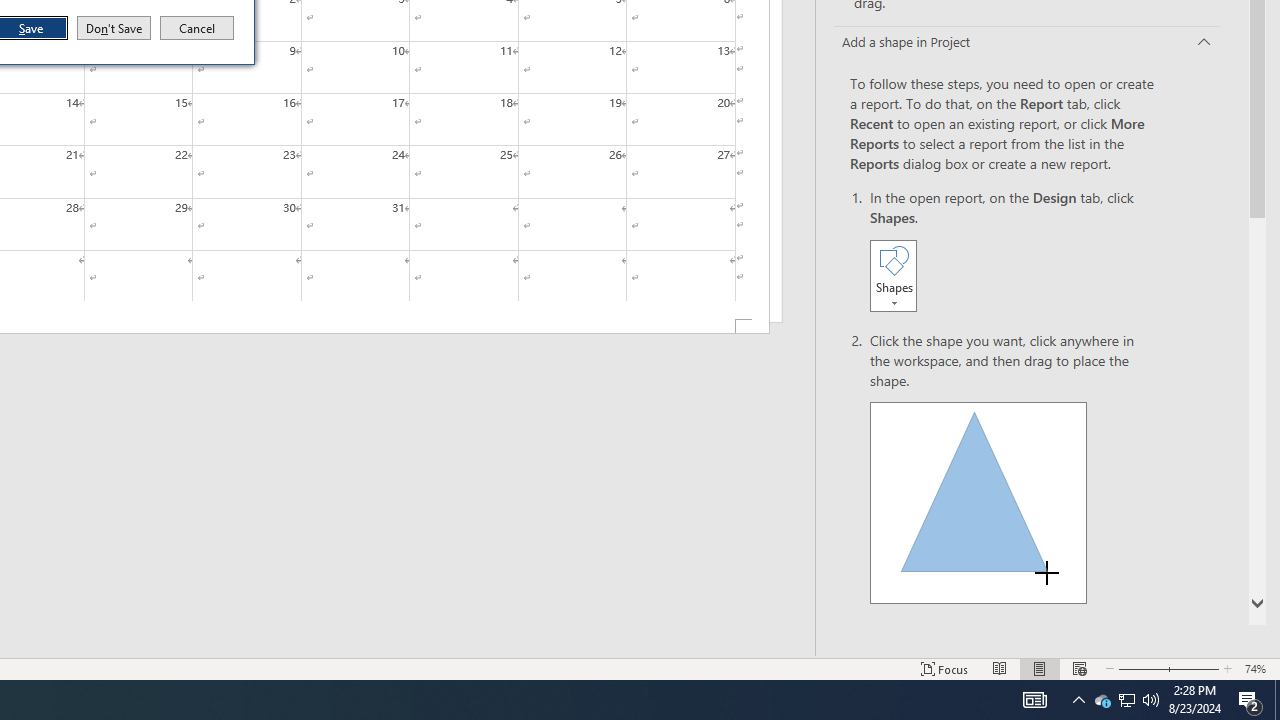 This screenshot has height=720, width=1280. Describe the element at coordinates (1027, 43) in the screenshot. I see `'Add a shape in Project'` at that location.